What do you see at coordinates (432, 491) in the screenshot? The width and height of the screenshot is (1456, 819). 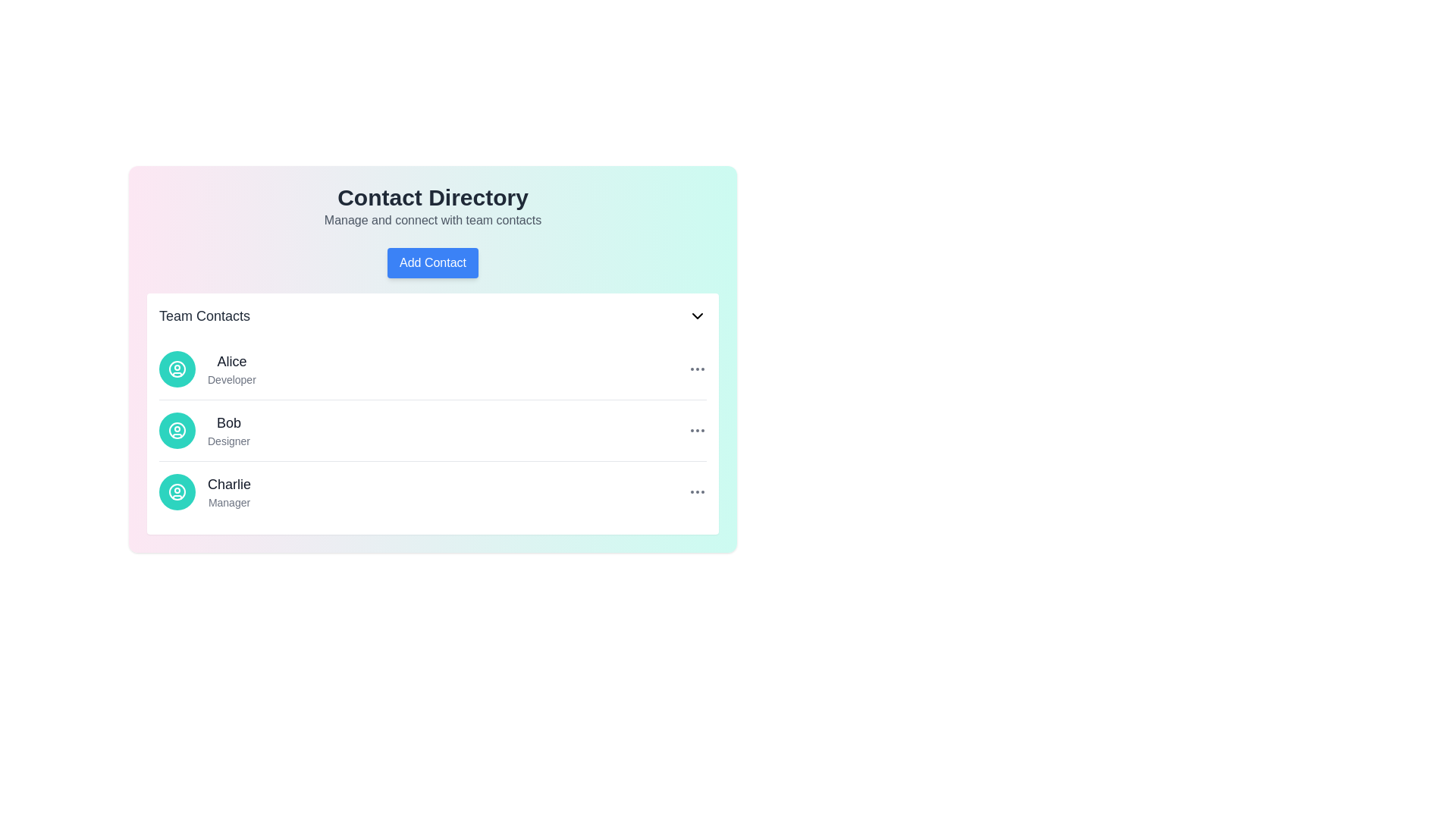 I see `the third user profile card in the 'Team Contacts' section` at bounding box center [432, 491].